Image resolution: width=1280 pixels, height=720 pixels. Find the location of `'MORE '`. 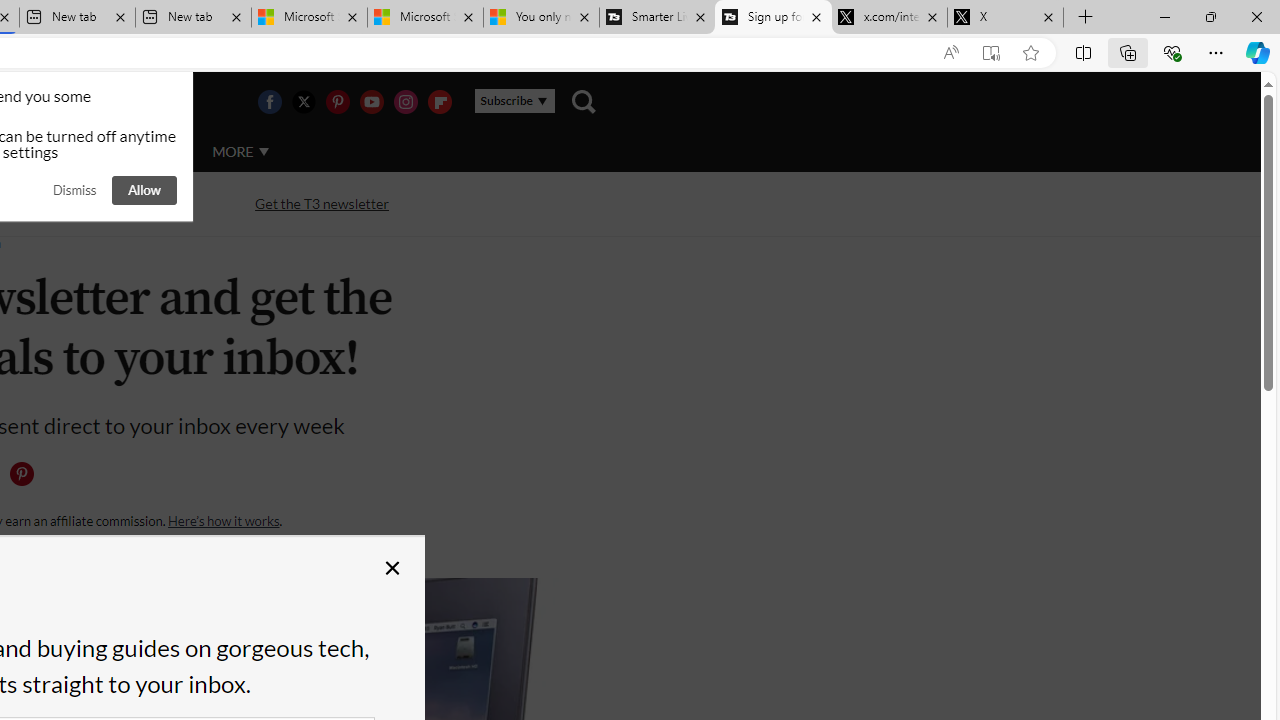

'MORE ' is located at coordinates (240, 150).